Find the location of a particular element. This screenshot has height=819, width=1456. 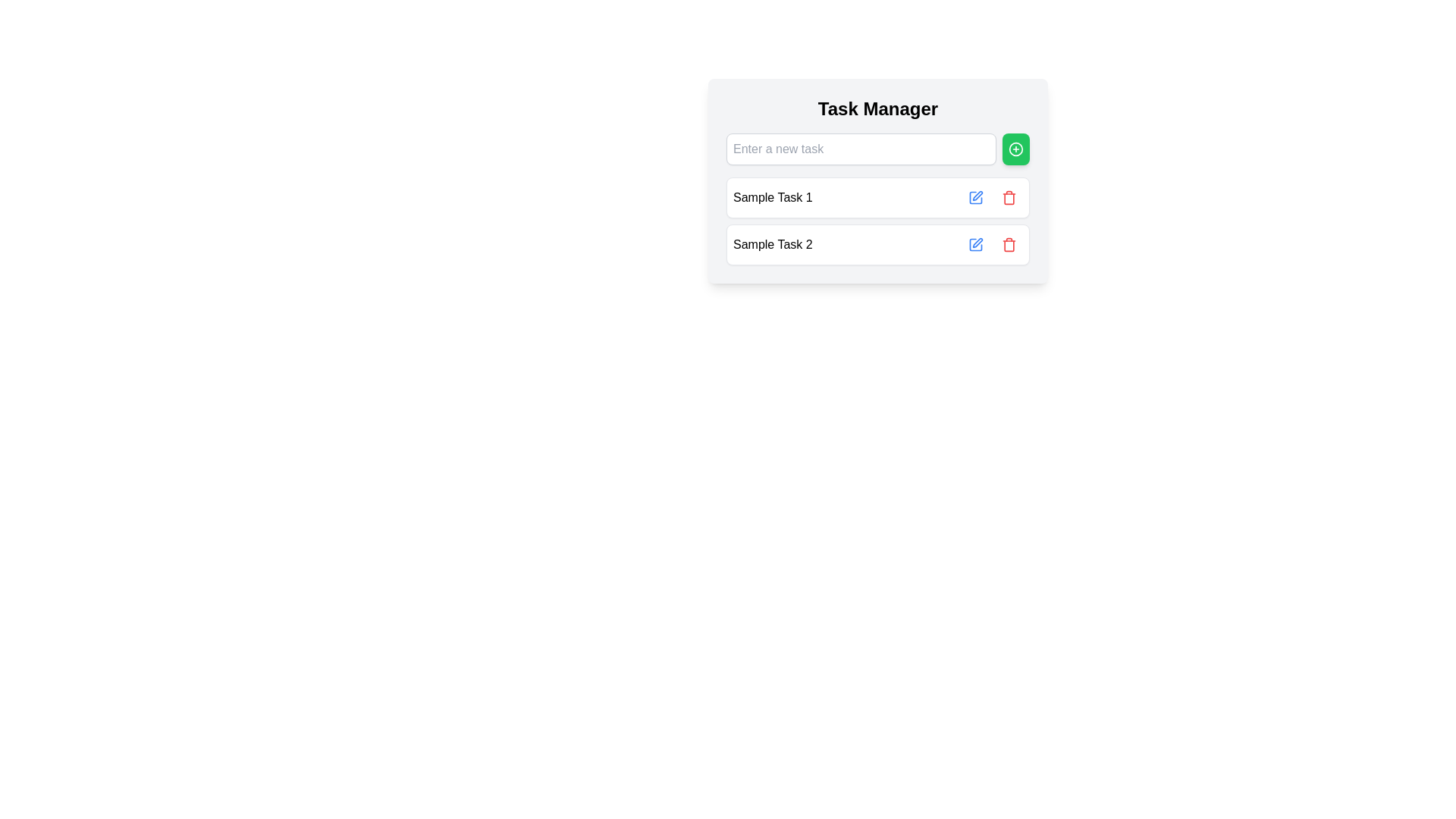

the red trash icon button located to the right of the edit icon in the action panel for 'Sample Task 1' is located at coordinates (1009, 197).